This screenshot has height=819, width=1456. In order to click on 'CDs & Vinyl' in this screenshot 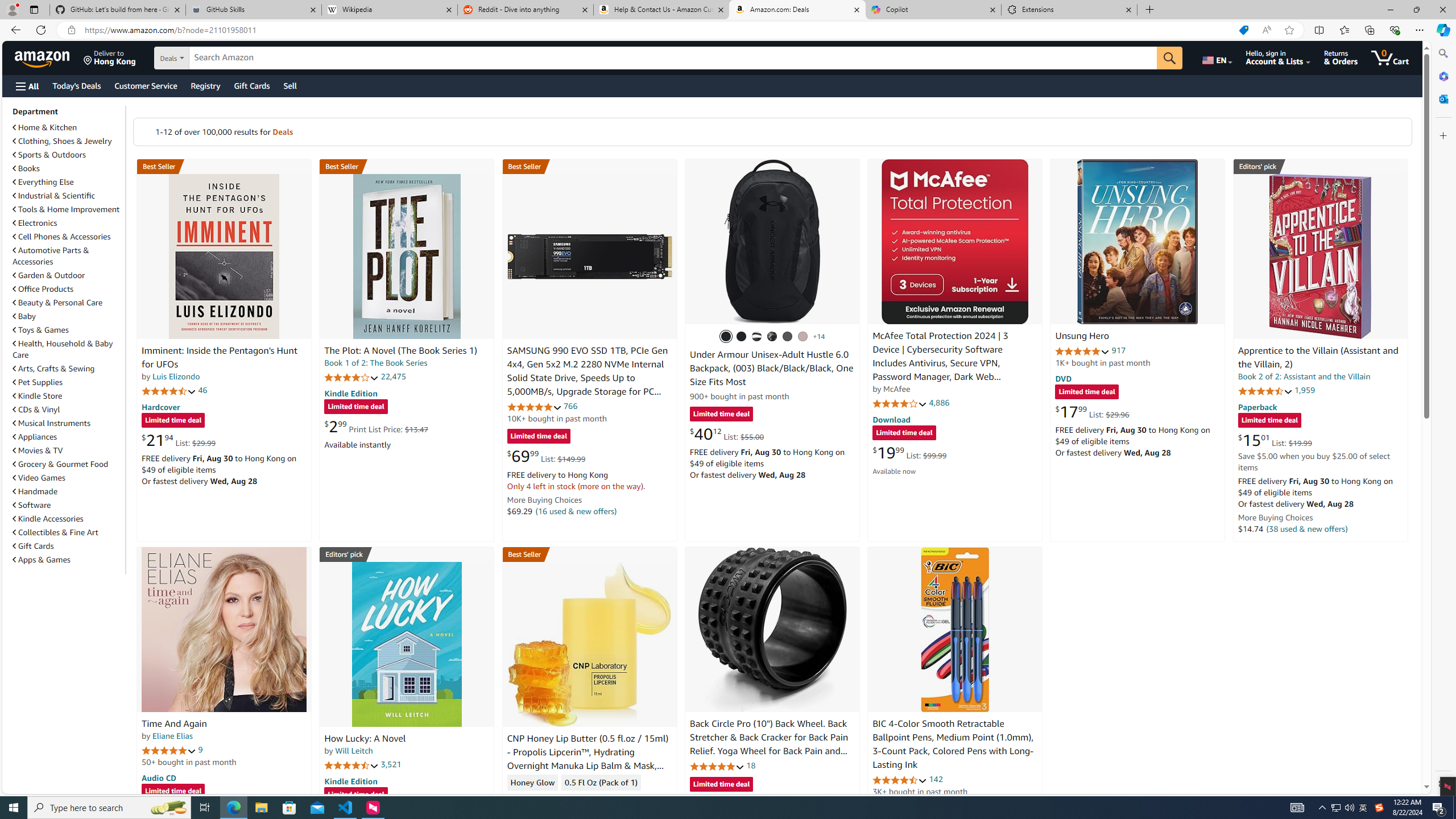, I will do `click(67, 409)`.